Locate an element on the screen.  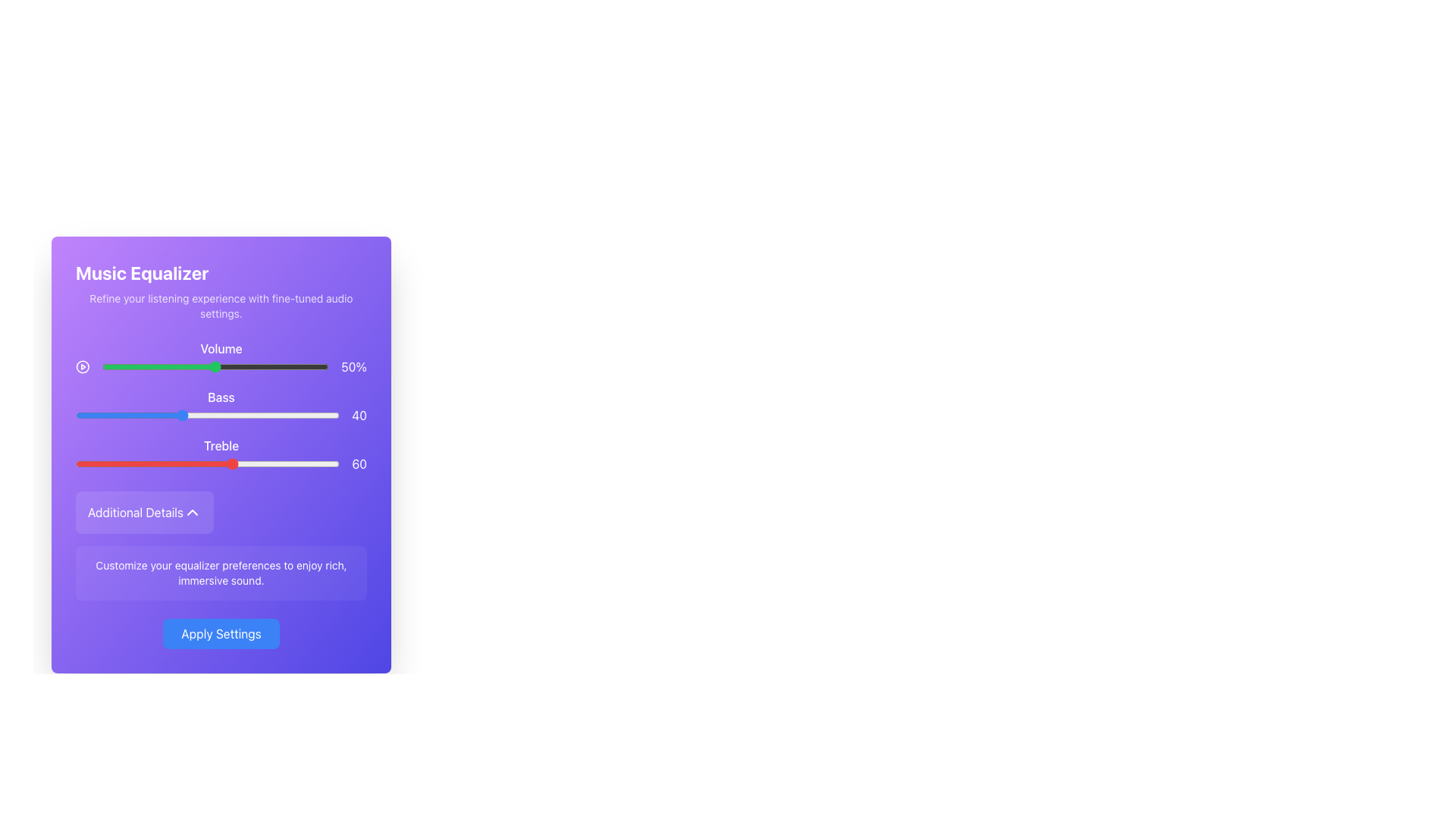
the 'Additional Details' button within the card interface is located at coordinates (145, 512).